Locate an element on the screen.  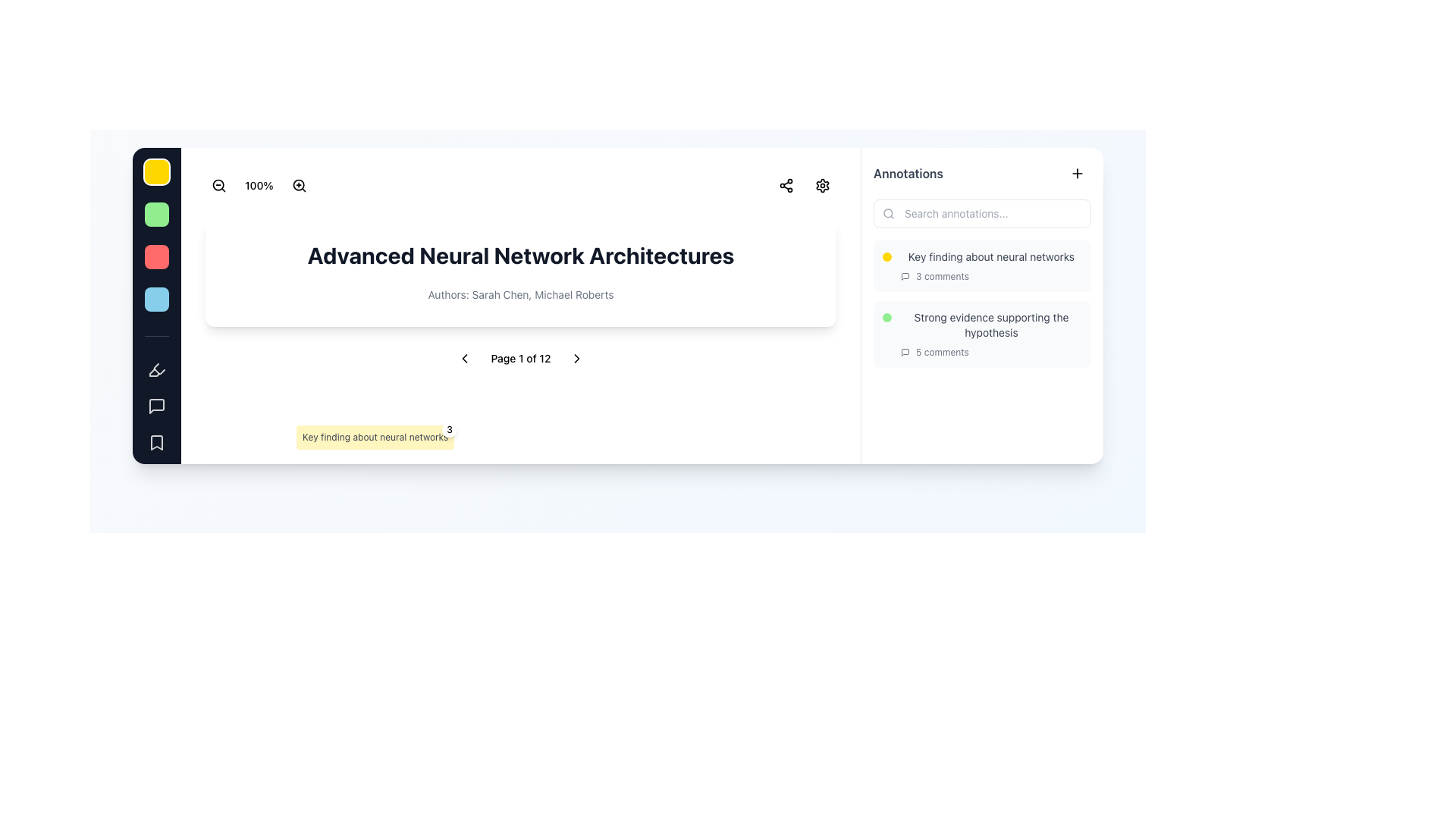
the left-facing chevron icon within the button located near the bottom-left of the central content area is located at coordinates (464, 359).